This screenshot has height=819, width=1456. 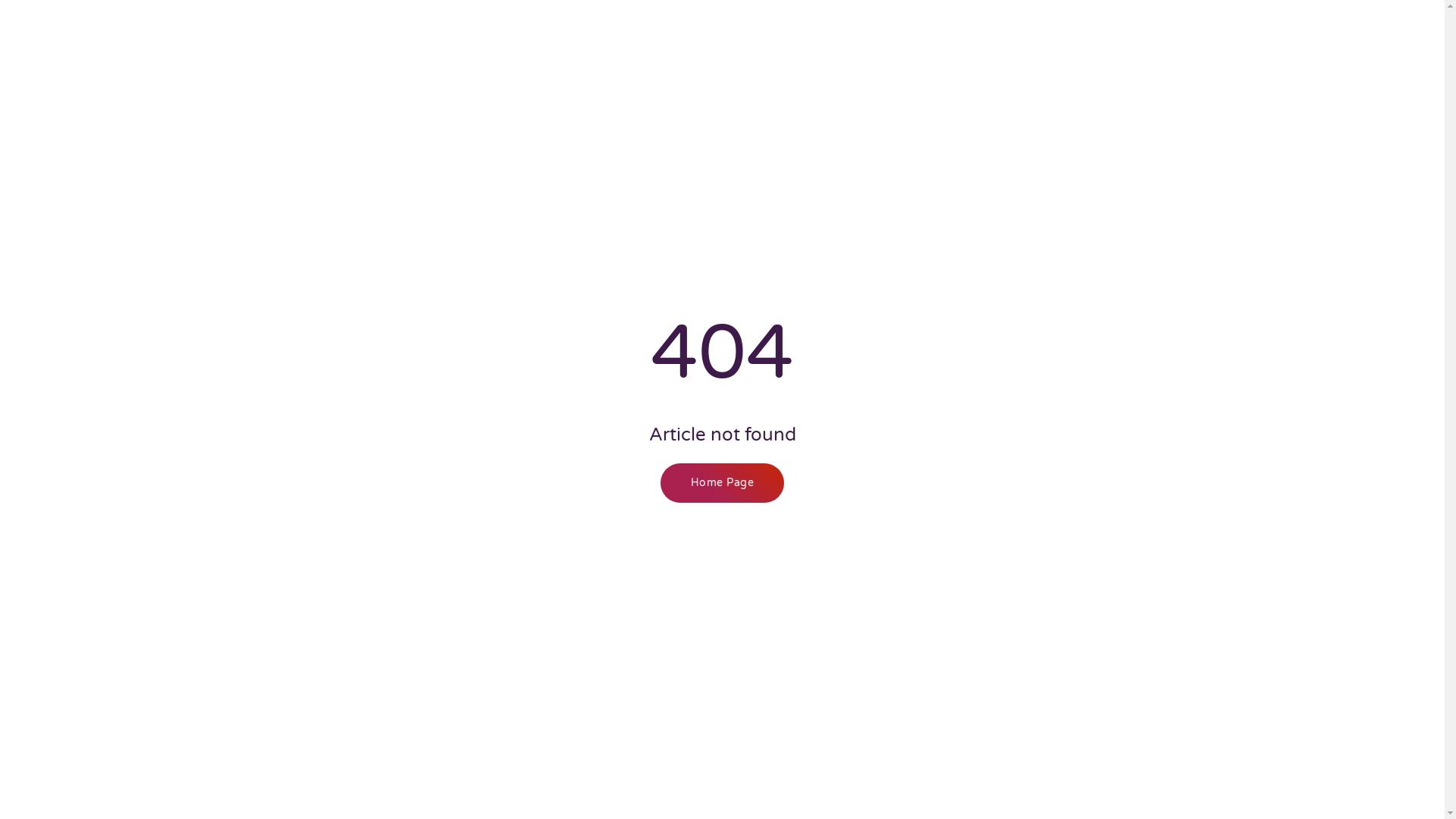 What do you see at coordinates (722, 482) in the screenshot?
I see `'Home Page'` at bounding box center [722, 482].